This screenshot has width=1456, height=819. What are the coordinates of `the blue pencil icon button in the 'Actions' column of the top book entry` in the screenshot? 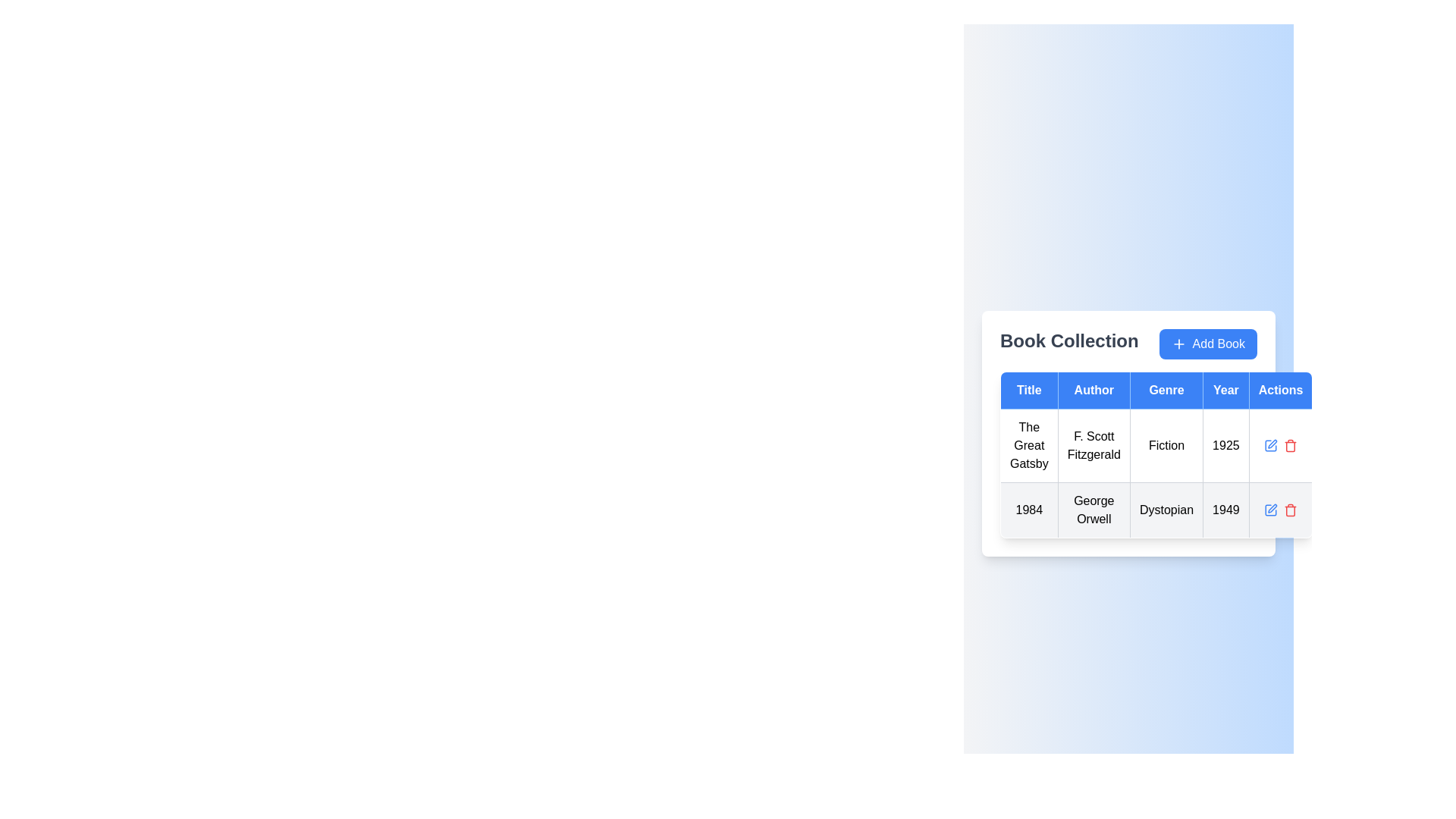 It's located at (1270, 444).